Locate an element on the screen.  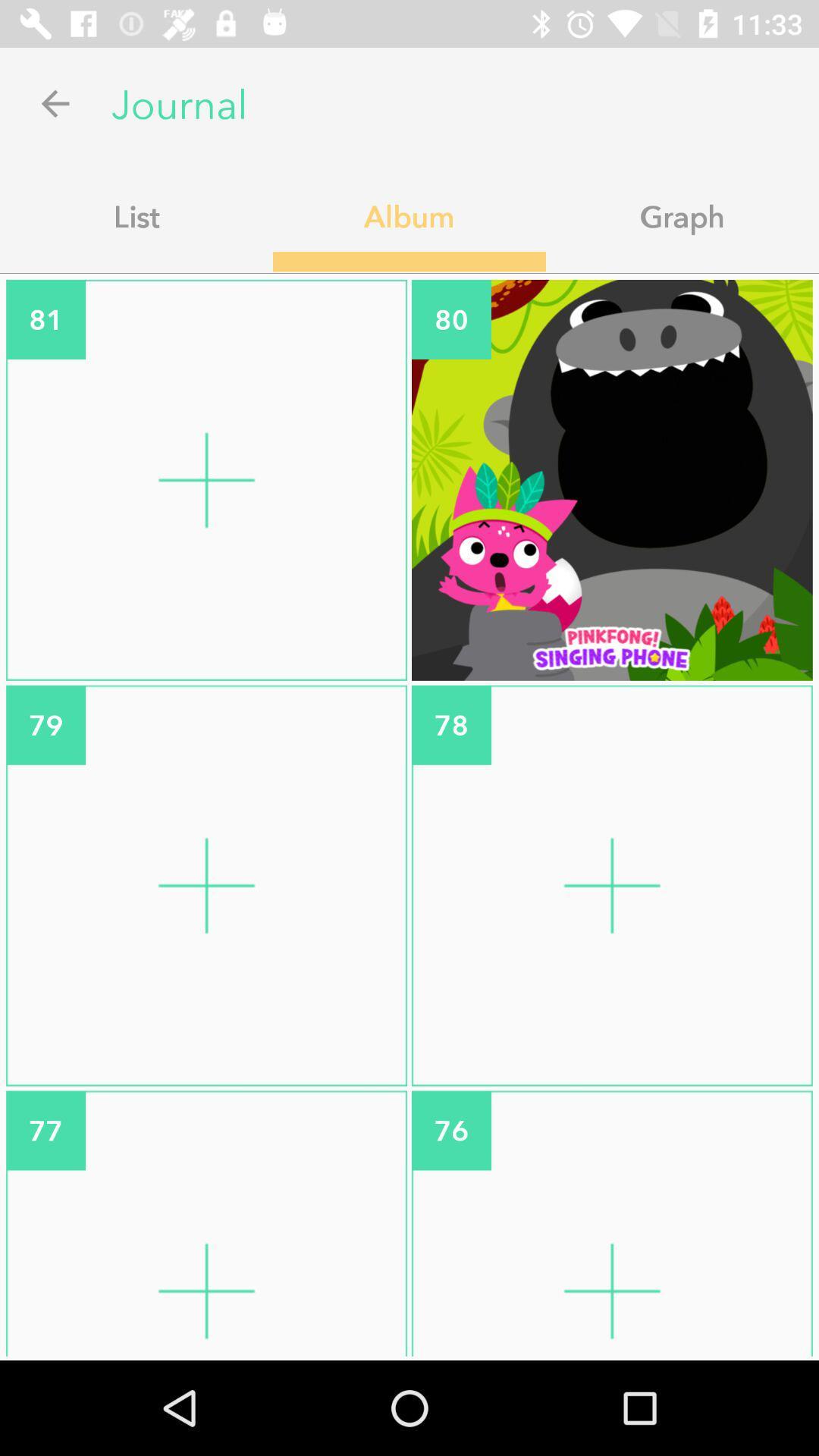
the icon next to graph app is located at coordinates (409, 215).